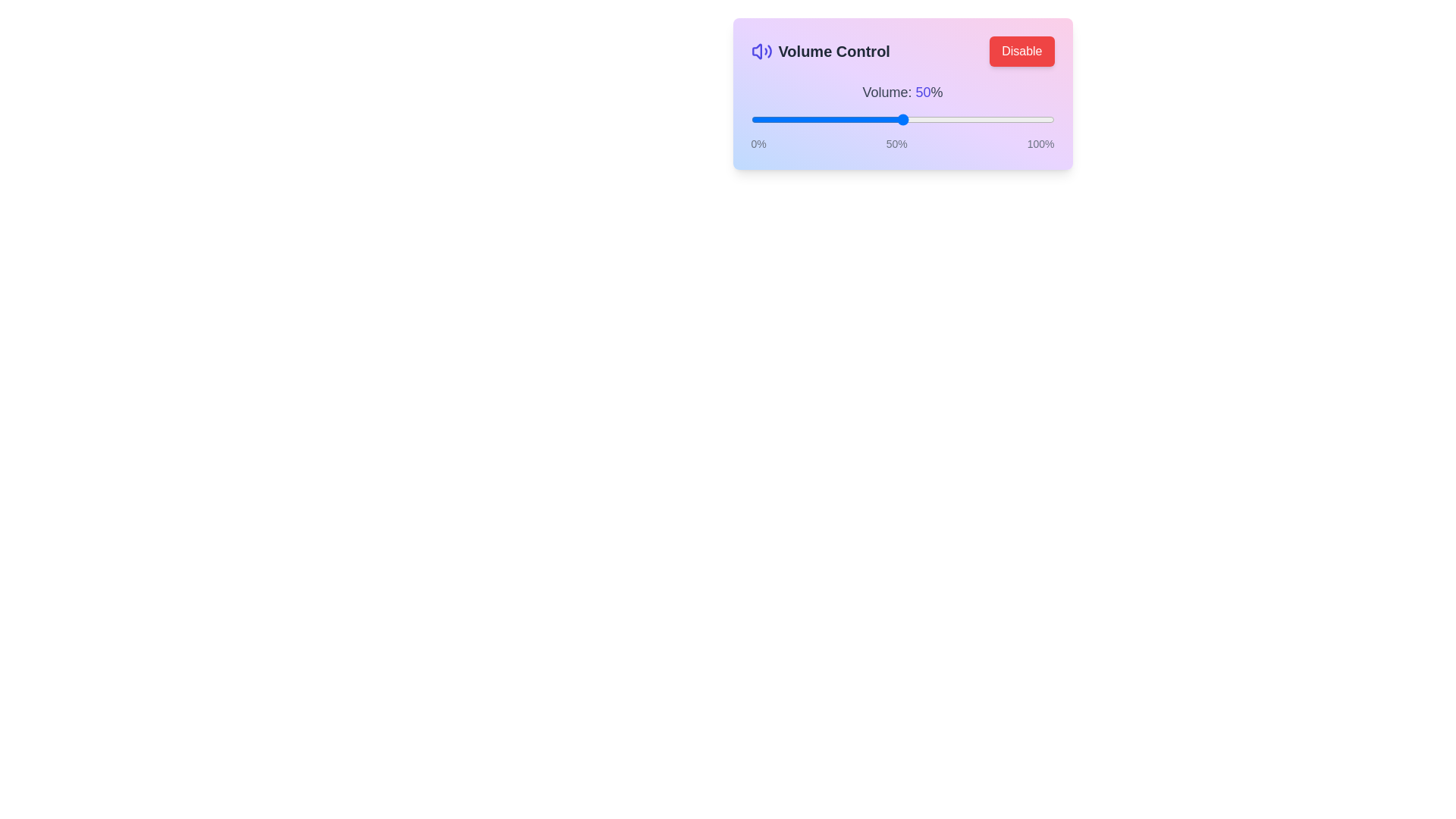  I want to click on the volume control slider, which is styled in blue and white with labeled percentages (0%, 50%, 100%), so click(902, 116).